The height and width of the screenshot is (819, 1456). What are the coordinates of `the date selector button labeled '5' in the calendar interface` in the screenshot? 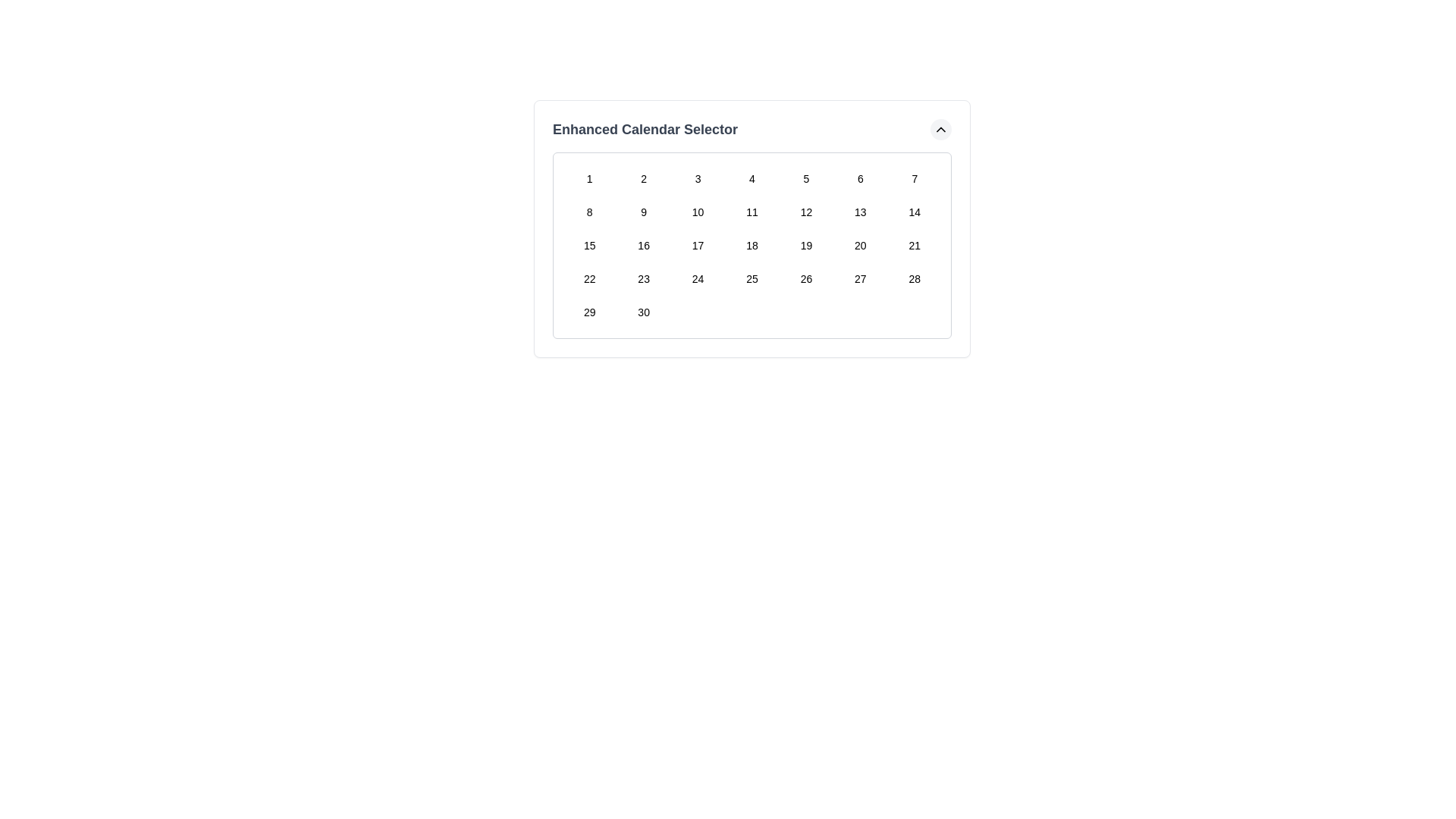 It's located at (805, 177).